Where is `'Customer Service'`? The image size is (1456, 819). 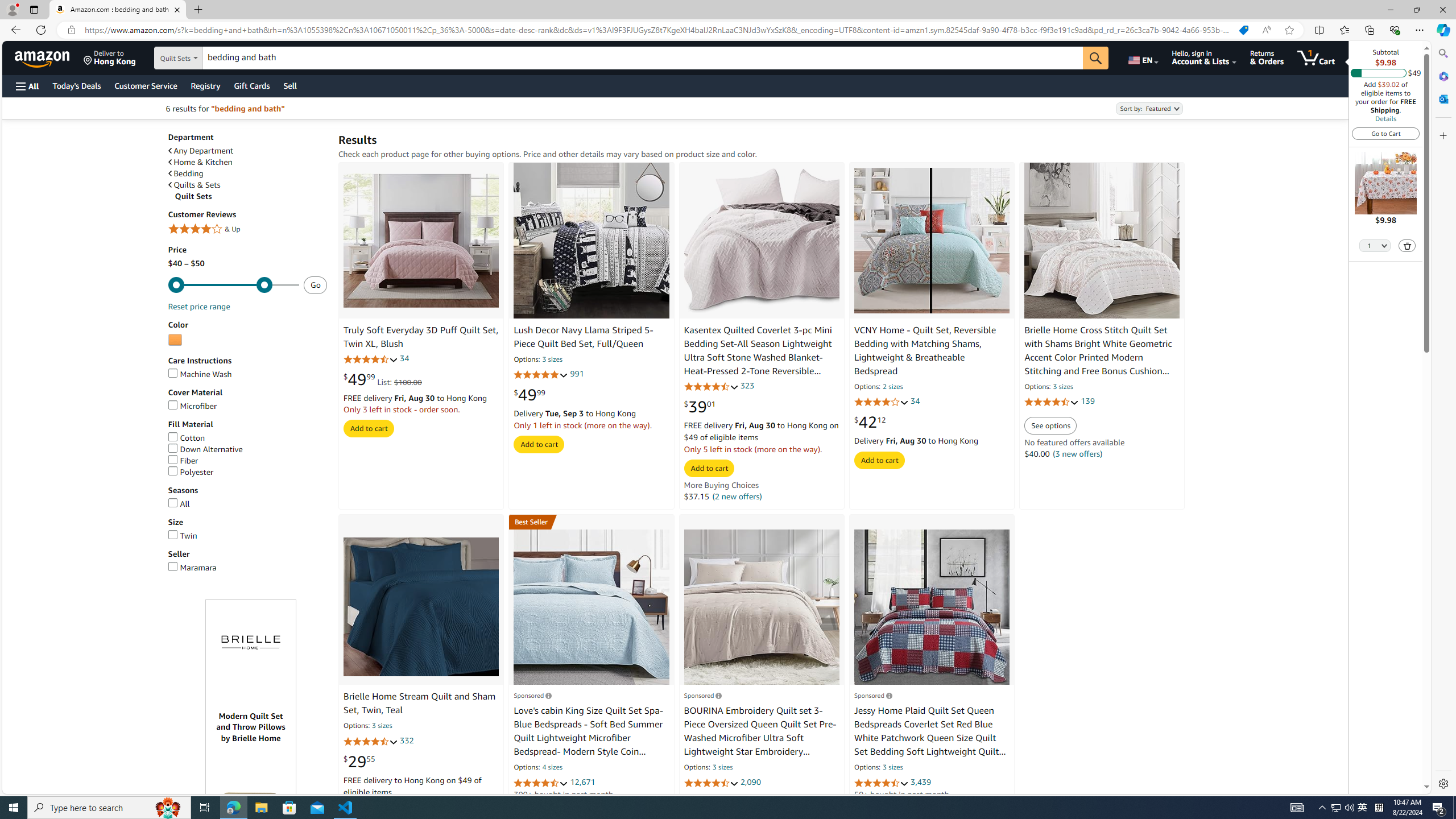
'Customer Service' is located at coordinates (146, 85).